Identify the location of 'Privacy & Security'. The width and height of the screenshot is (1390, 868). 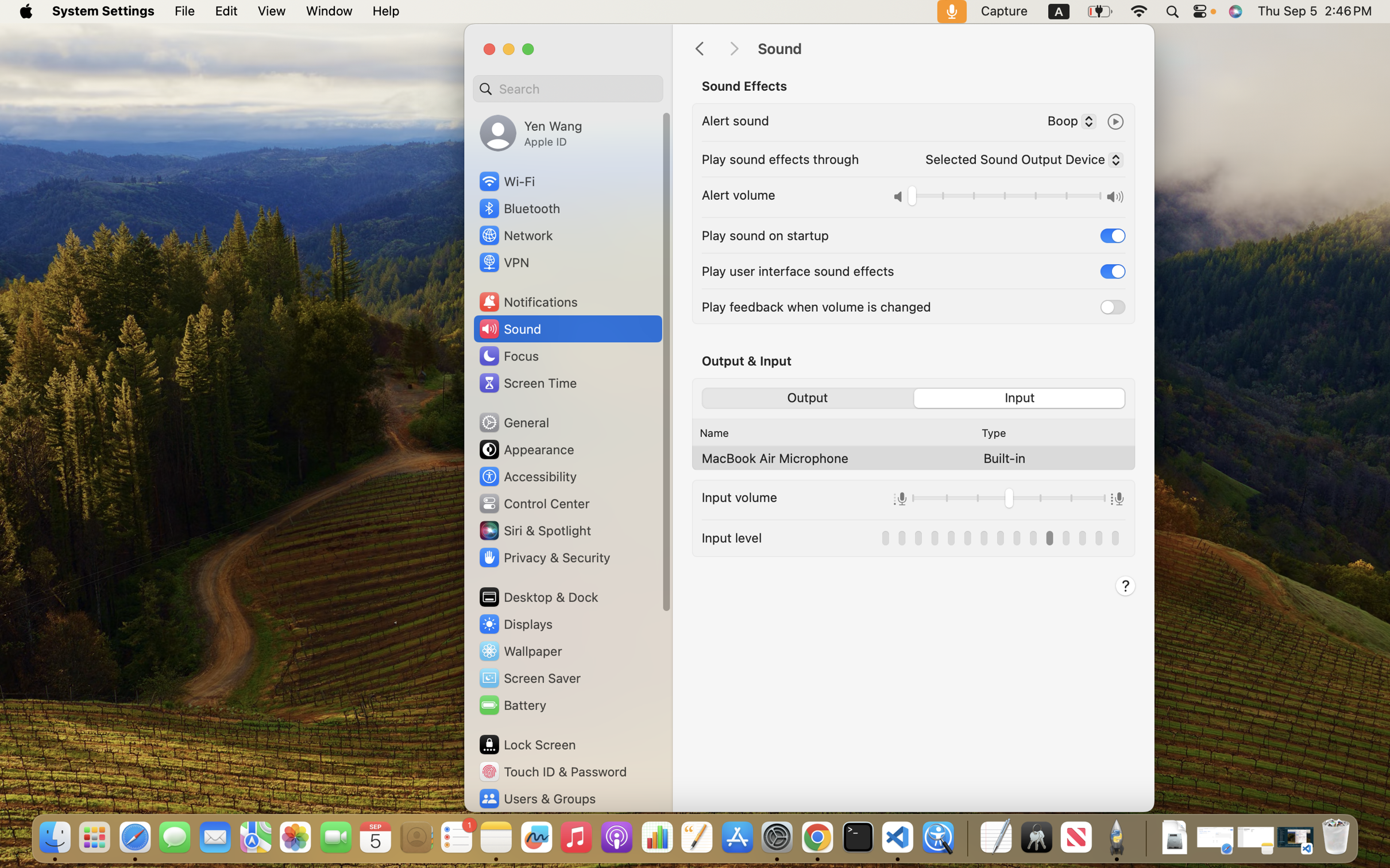
(543, 556).